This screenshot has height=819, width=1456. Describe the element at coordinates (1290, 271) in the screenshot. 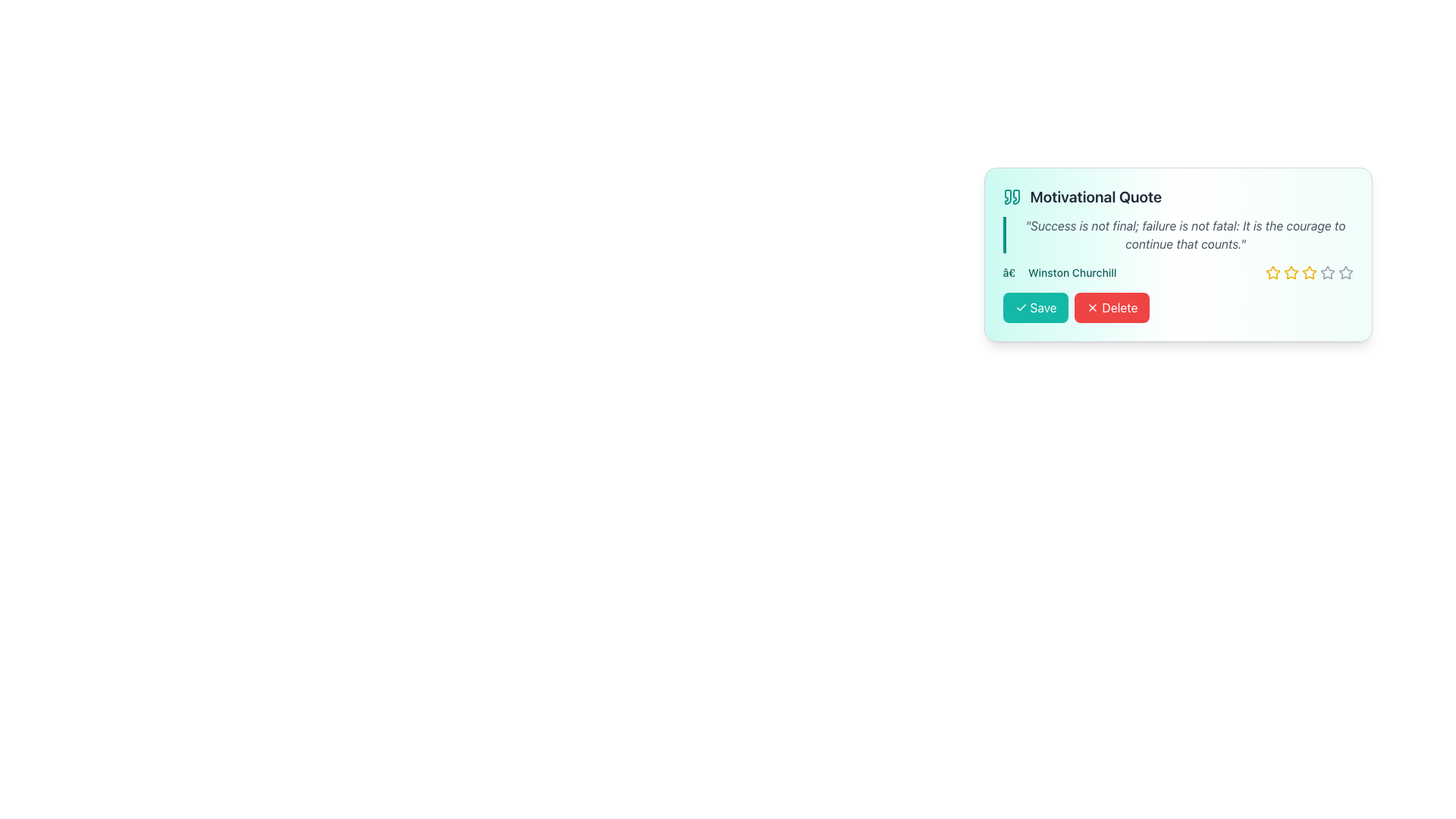

I see `the second star icon in the rating system` at that location.